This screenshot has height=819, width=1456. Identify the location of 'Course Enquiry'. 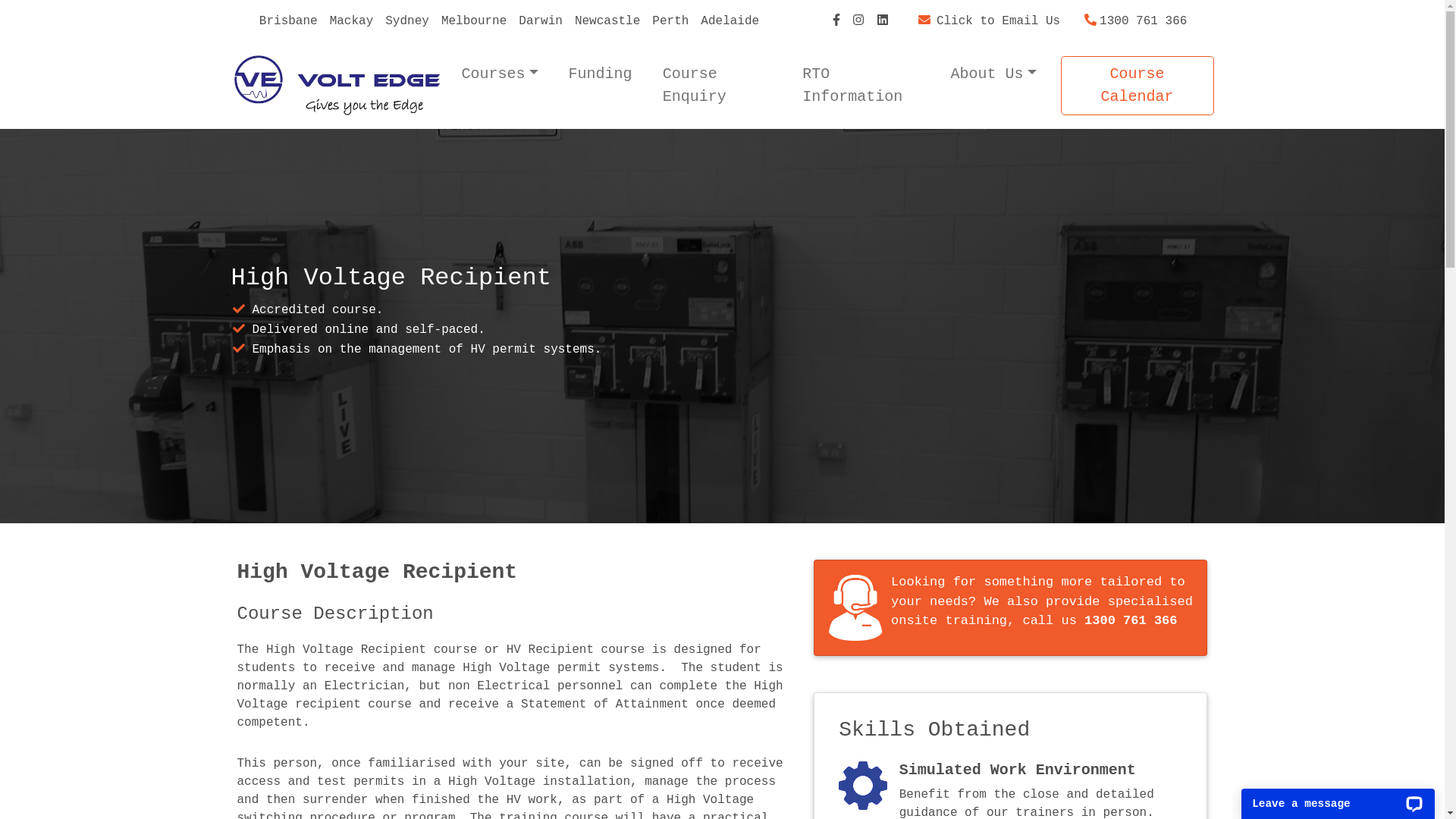
(656, 85).